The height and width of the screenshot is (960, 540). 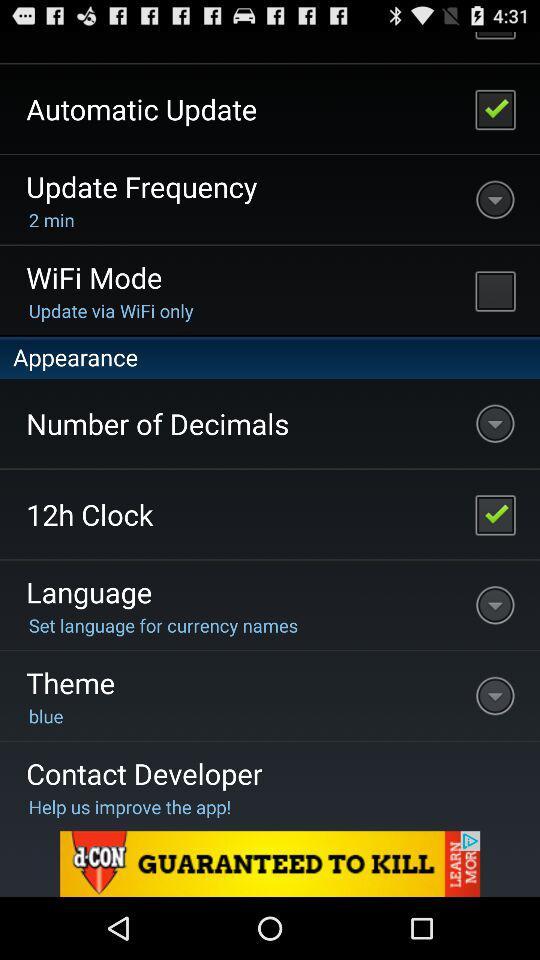 I want to click on for wifi updates only, so click(x=494, y=289).